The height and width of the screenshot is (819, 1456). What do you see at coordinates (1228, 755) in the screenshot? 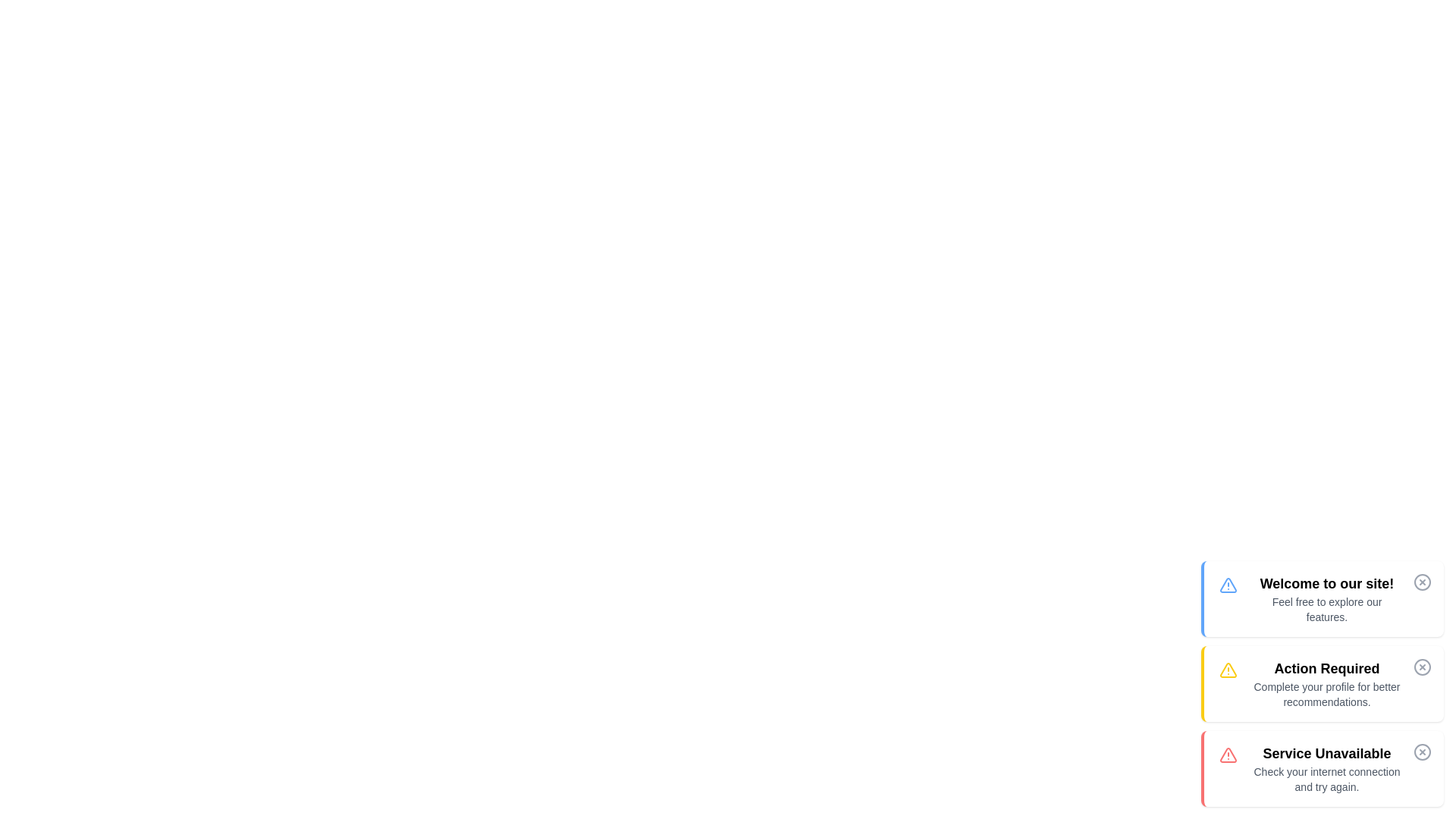
I see `the alert icon located in the notification box at the bottom left, which signals a warning or alert` at bounding box center [1228, 755].